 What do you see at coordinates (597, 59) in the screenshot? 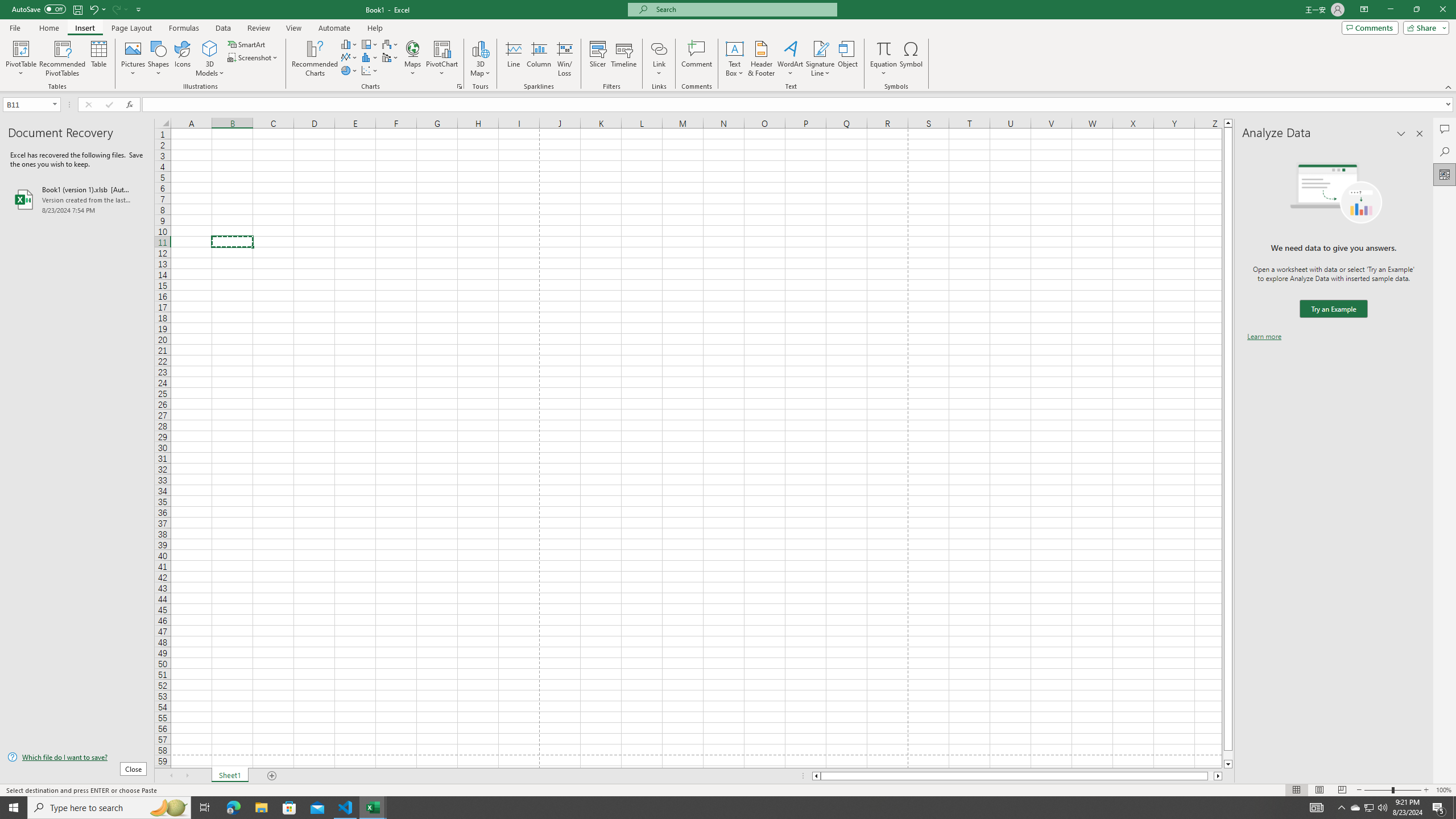
I see `'Slicer...'` at bounding box center [597, 59].